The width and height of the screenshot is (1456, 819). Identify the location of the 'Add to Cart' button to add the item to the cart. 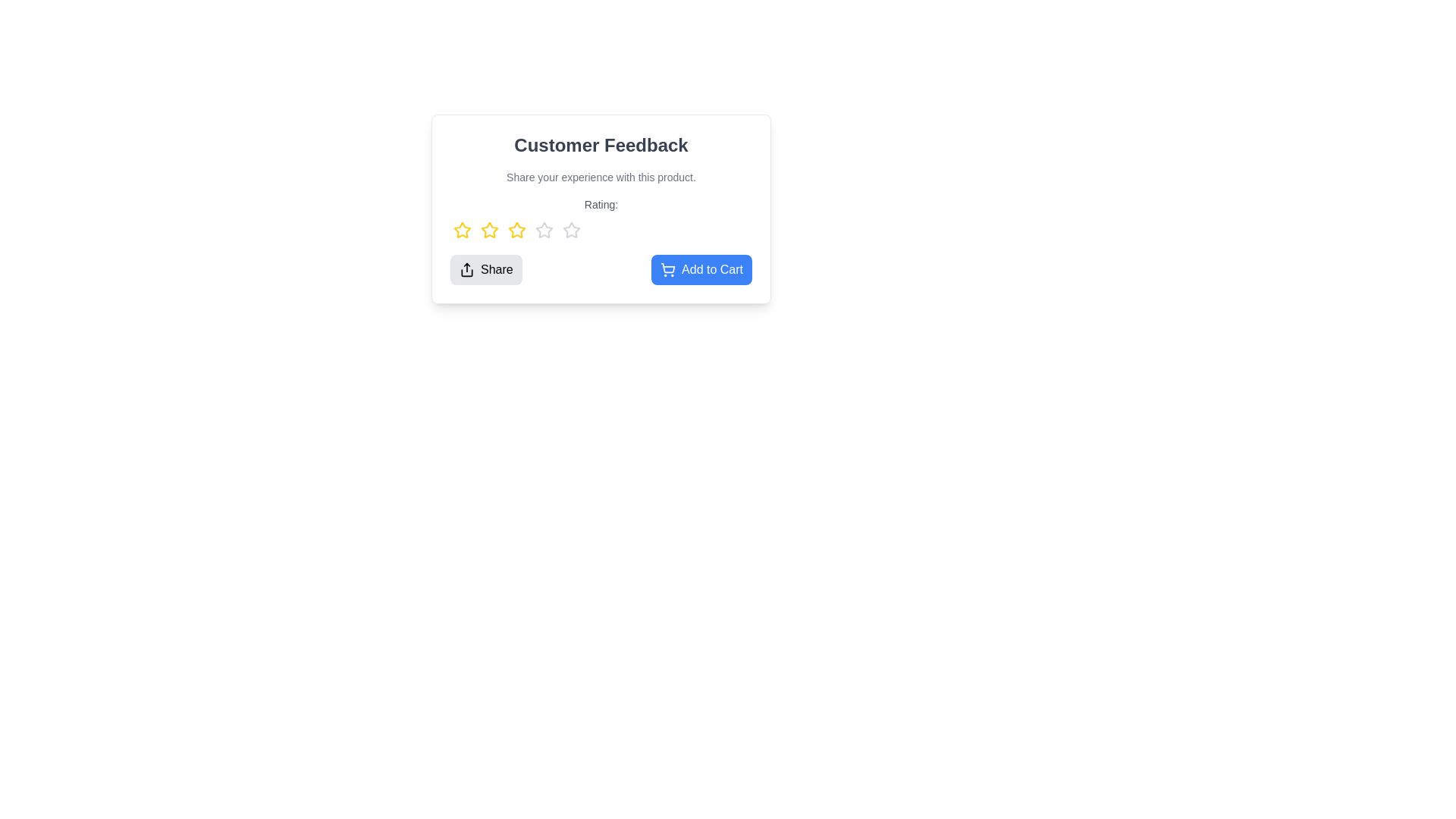
(701, 268).